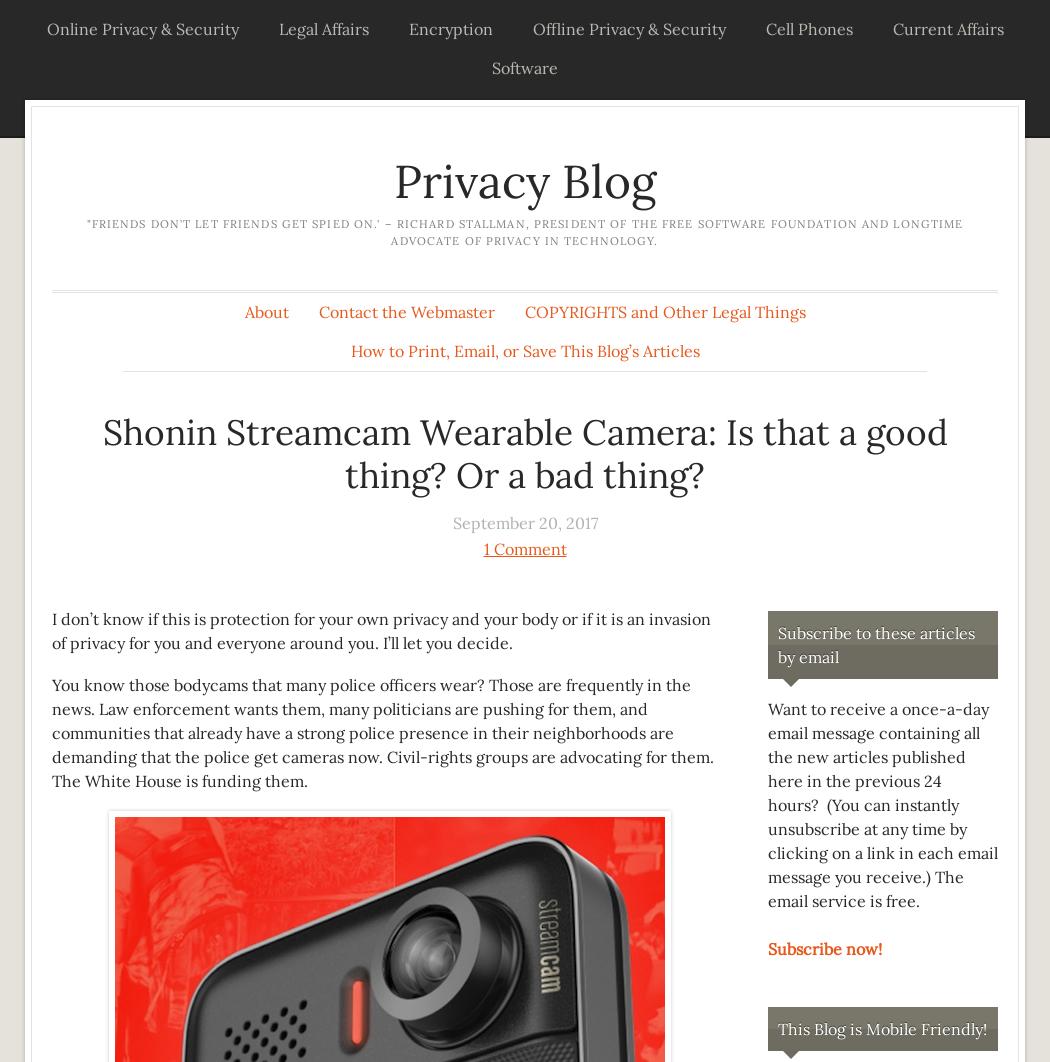  Describe the element at coordinates (765, 28) in the screenshot. I see `'Cell Phones'` at that location.